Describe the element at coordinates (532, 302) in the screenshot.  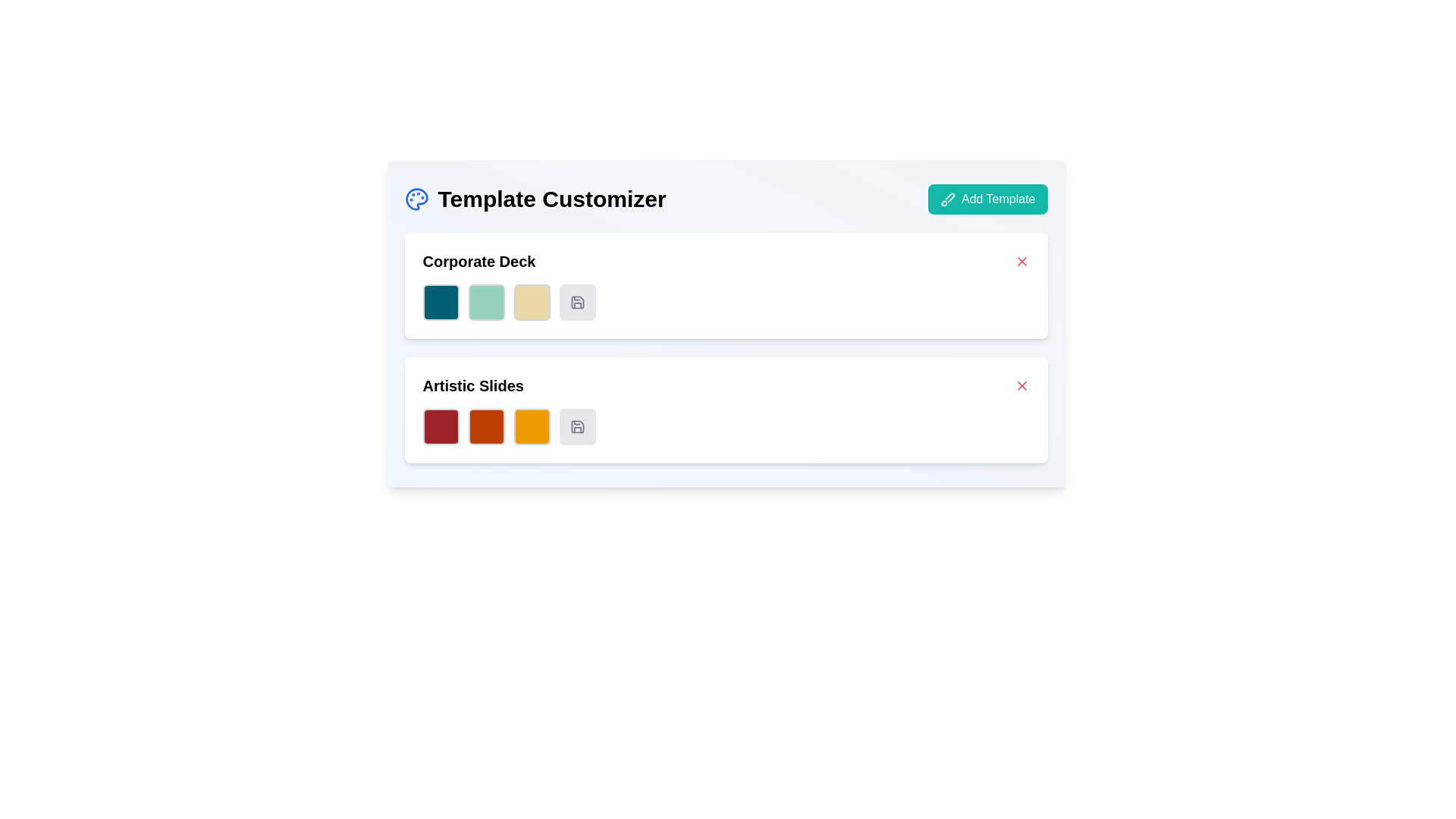
I see `the Decorative square element with a light yellow background and gray border, located in the 'Corporate Deck' section of the UI` at that location.